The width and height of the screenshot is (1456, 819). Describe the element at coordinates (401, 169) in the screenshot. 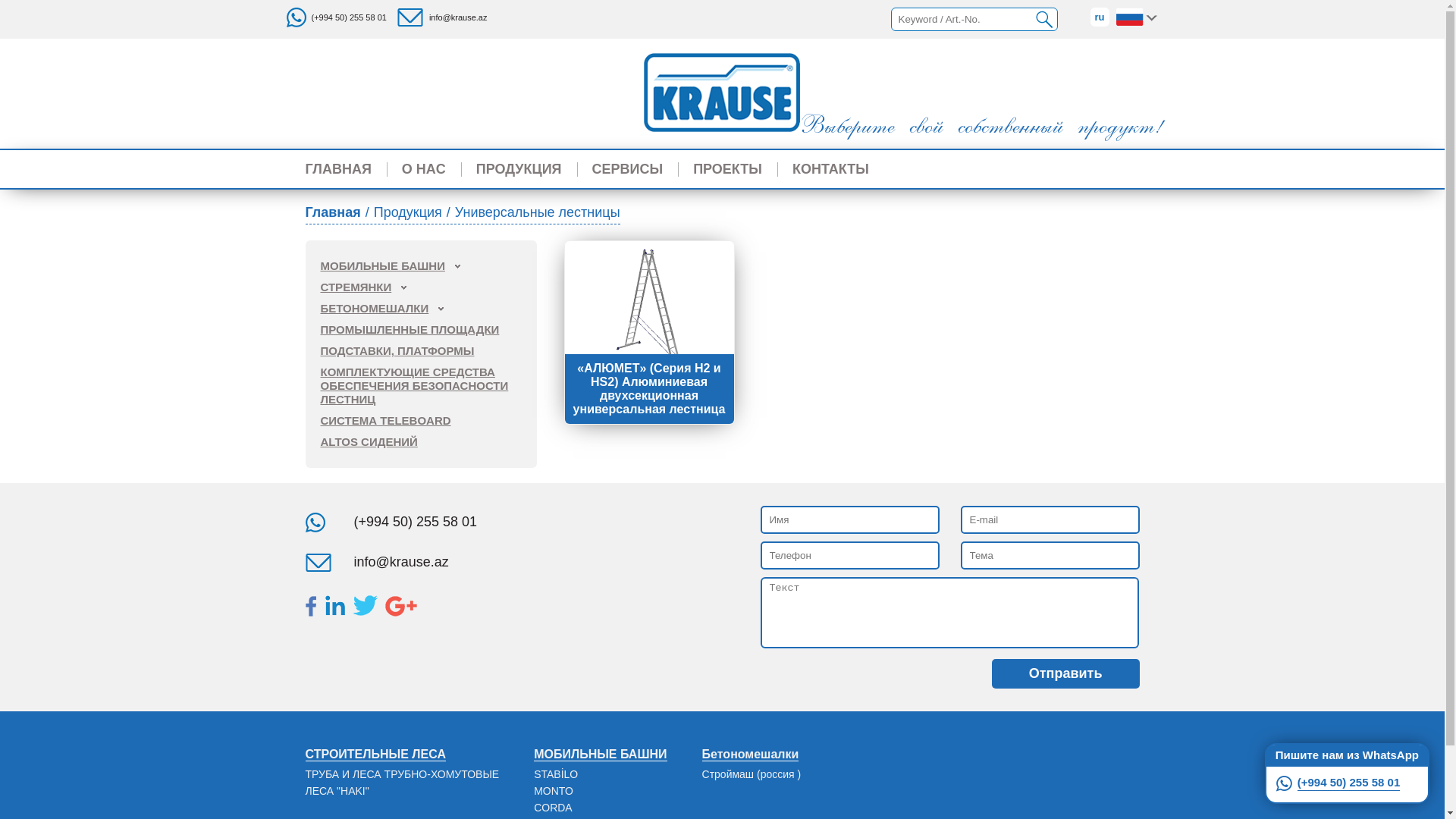

I see `'O HAC'` at that location.